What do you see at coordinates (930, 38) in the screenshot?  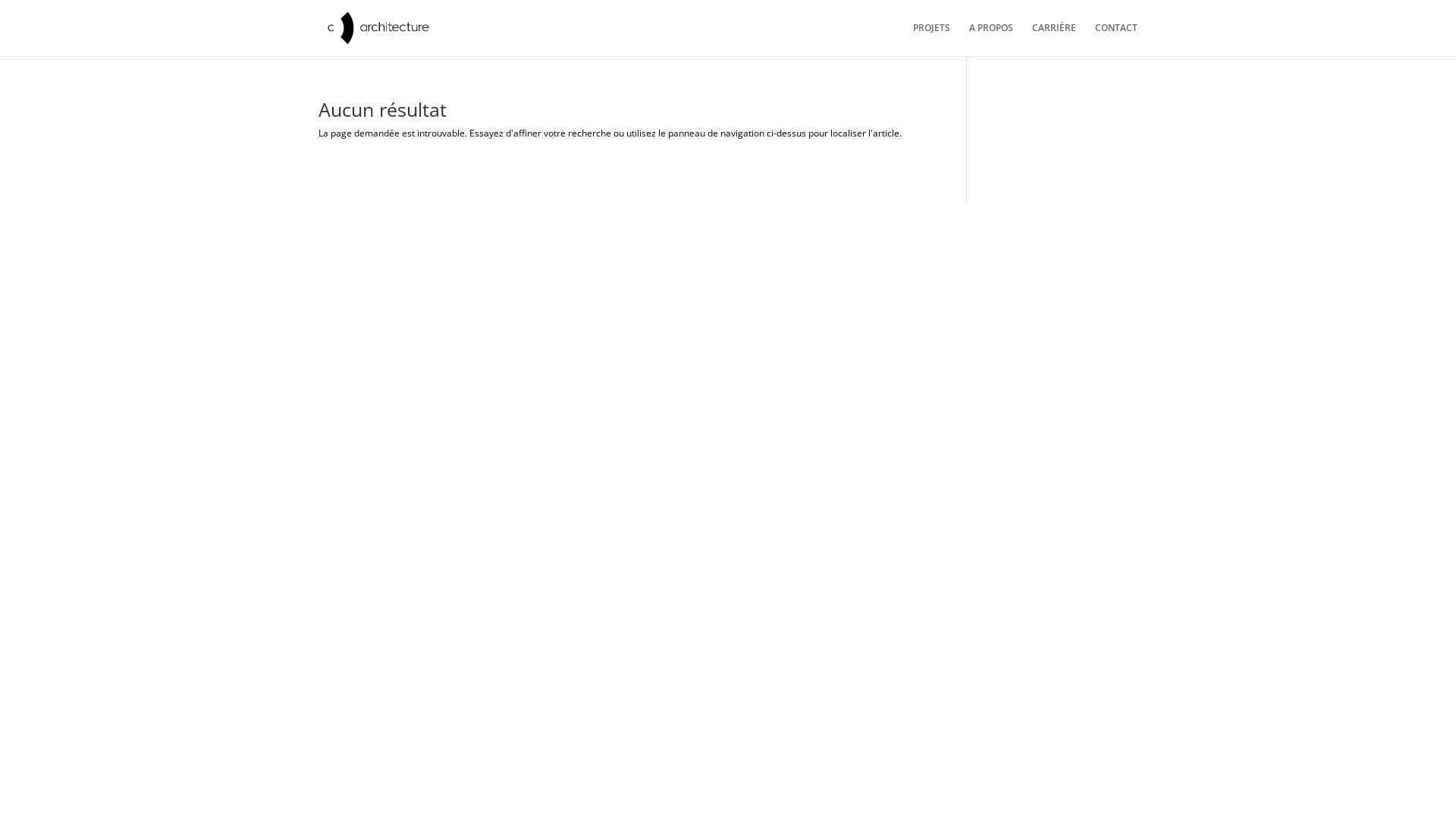 I see `'PROJETS'` at bounding box center [930, 38].